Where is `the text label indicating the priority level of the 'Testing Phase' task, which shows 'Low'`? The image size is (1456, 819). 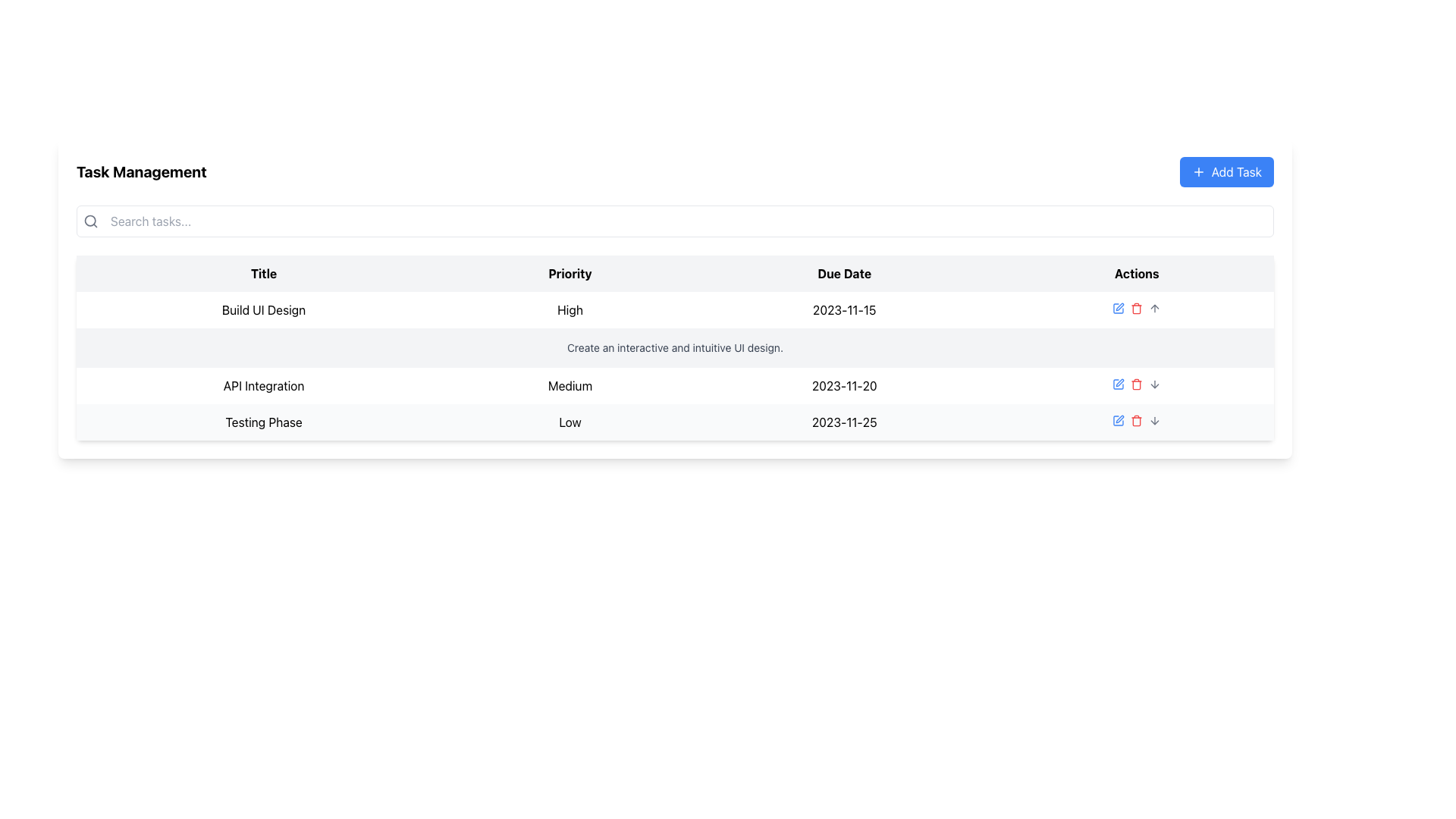
the text label indicating the priority level of the 'Testing Phase' task, which shows 'Low' is located at coordinates (570, 422).